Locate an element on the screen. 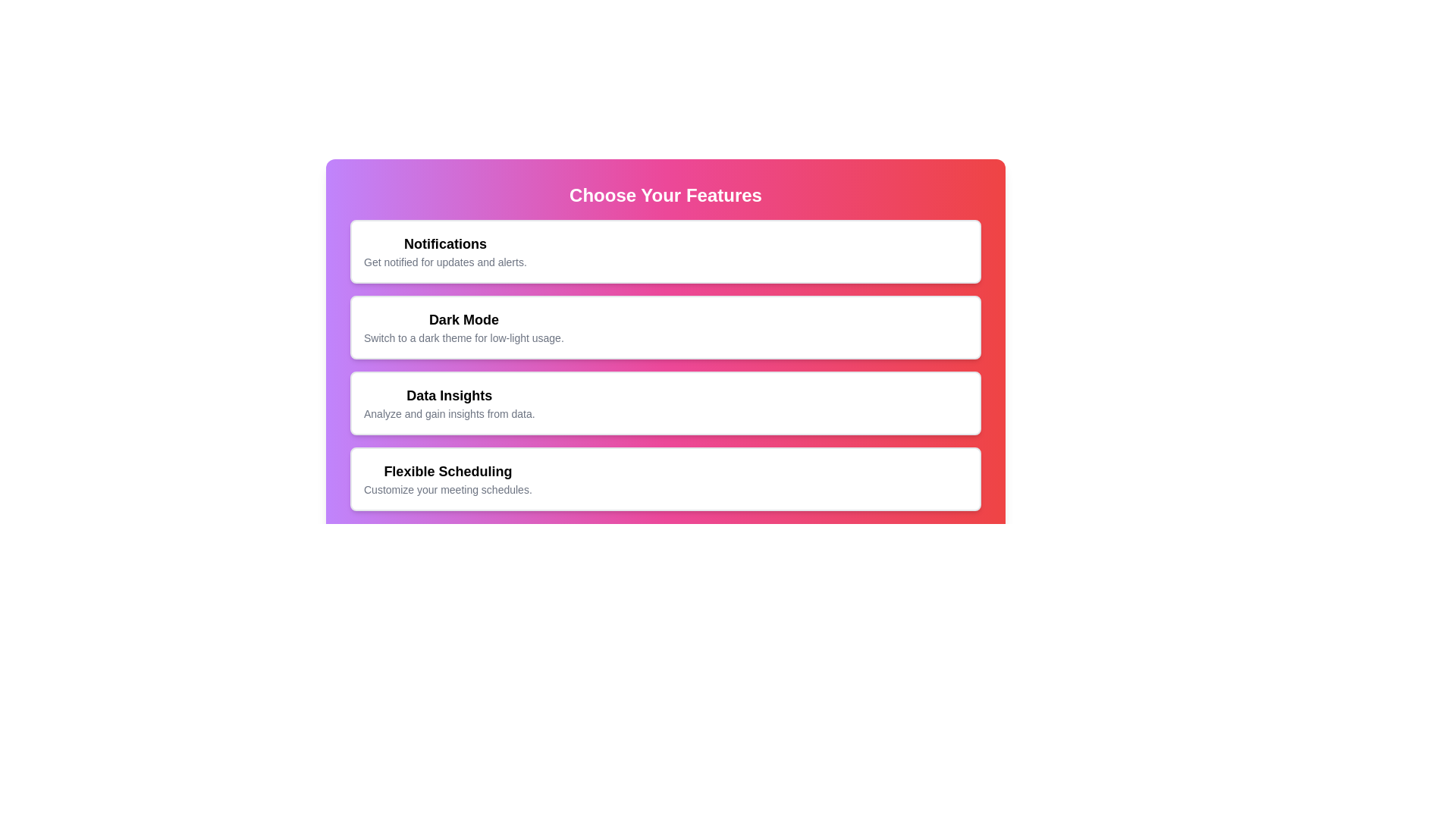 The image size is (1456, 819). the static text that reads 'Customize your meeting schedules.', which is styled in gray and located beneath the 'Flexible Scheduling' heading within the feature cards is located at coordinates (447, 489).